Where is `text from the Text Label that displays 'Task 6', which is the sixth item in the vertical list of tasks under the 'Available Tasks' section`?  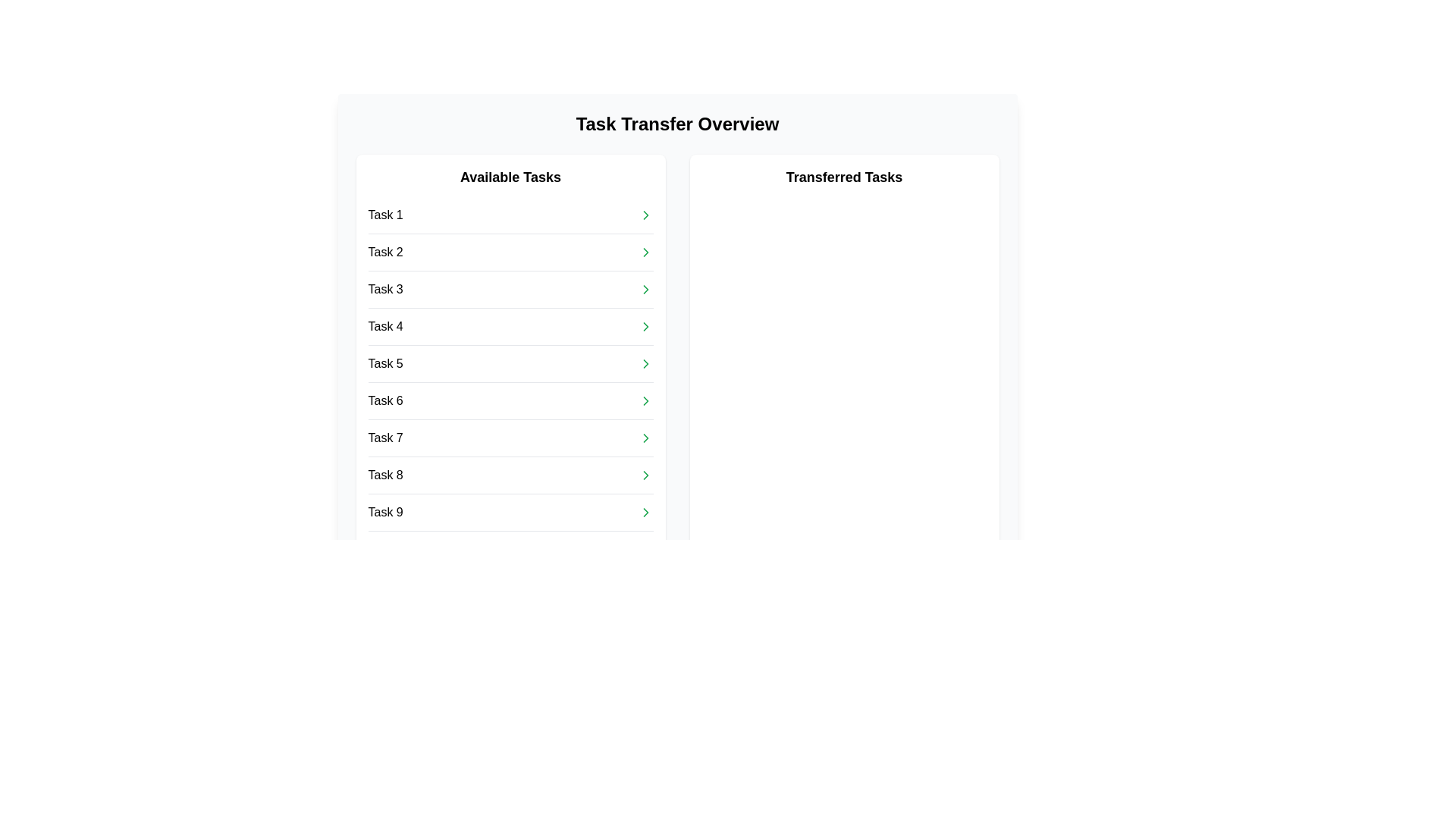 text from the Text Label that displays 'Task 6', which is the sixth item in the vertical list of tasks under the 'Available Tasks' section is located at coordinates (385, 400).